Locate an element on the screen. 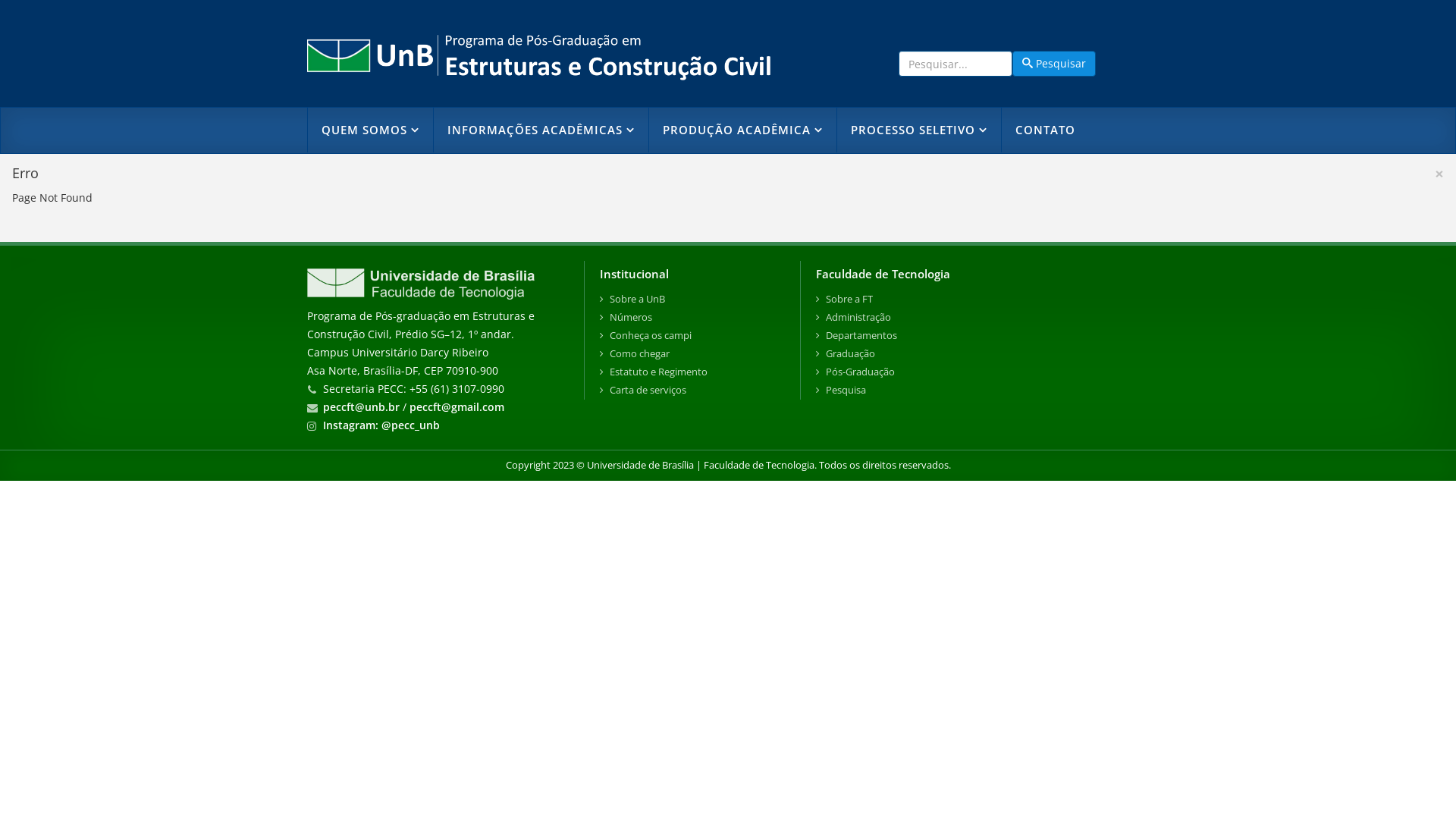  'Estatuto e Regimento' is located at coordinates (691, 372).